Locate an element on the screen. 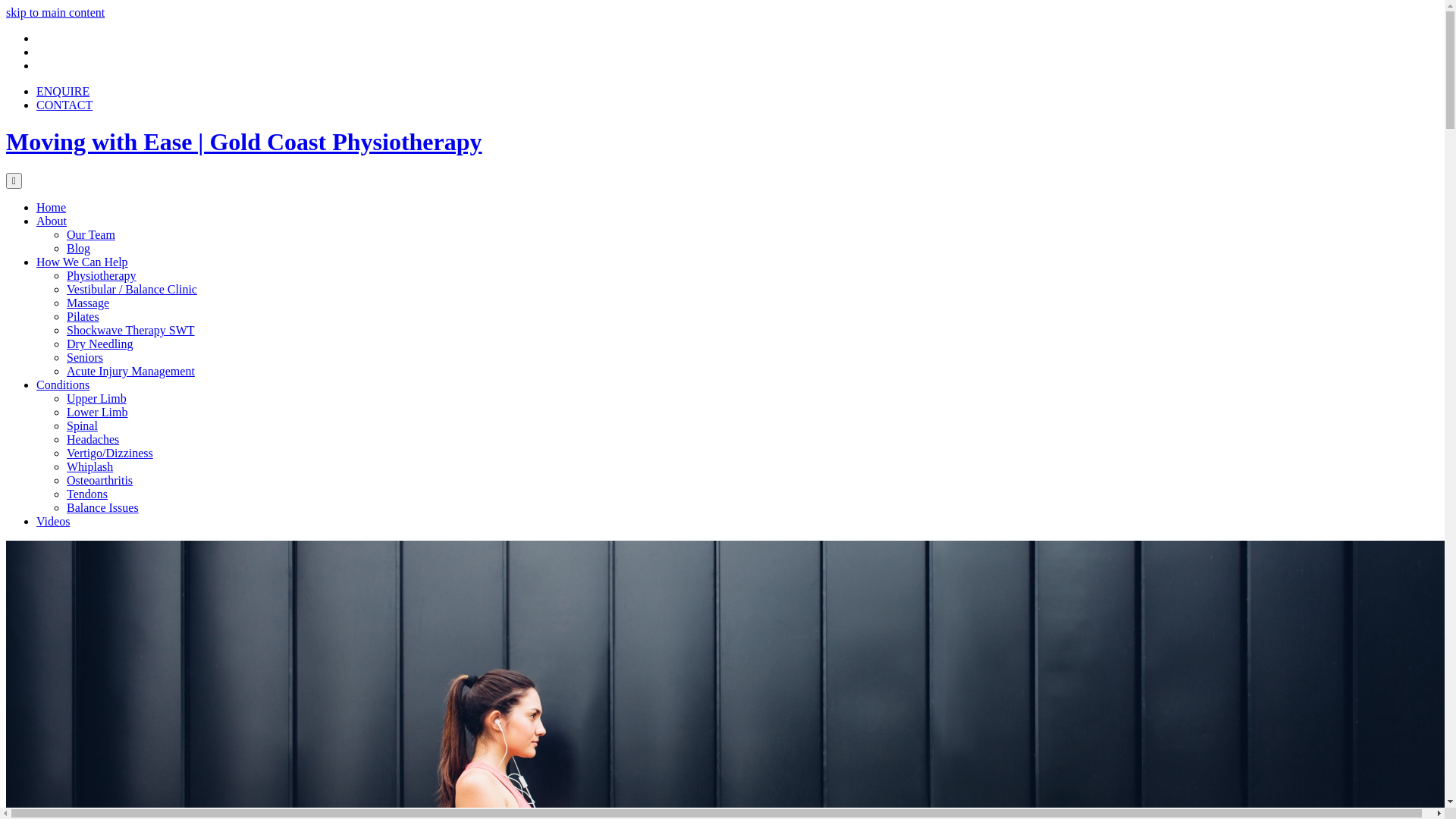 The width and height of the screenshot is (1456, 819). 'Dry Needling' is located at coordinates (99, 344).